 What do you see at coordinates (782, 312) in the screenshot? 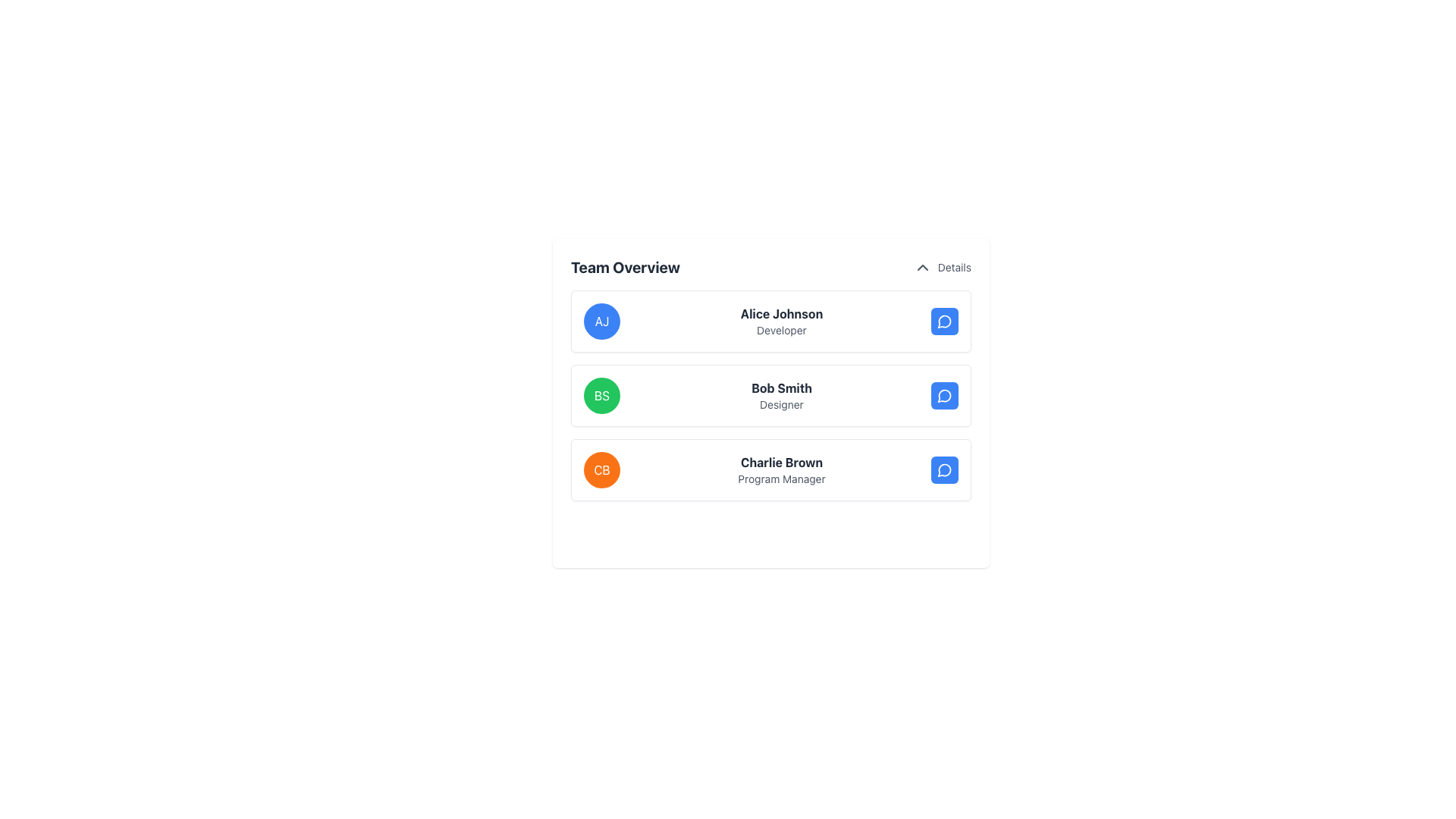
I see `the text element displaying 'Alice Johnson' in bold gray font, located in the 'Team Overview' section, above 'Developer'` at bounding box center [782, 312].